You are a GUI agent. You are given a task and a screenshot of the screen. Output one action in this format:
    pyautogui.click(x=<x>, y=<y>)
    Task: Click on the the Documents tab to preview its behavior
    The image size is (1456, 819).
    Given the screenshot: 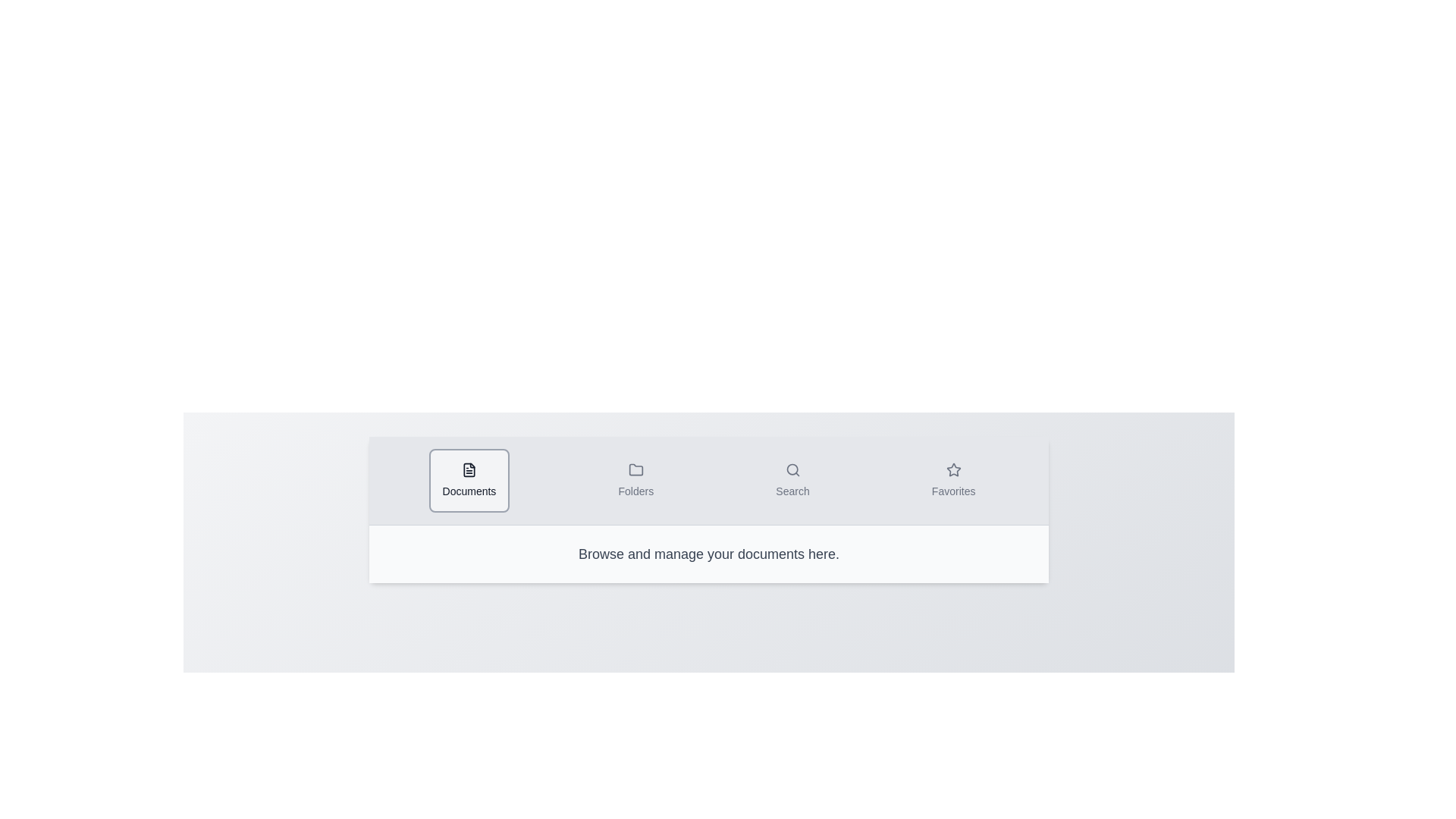 What is the action you would take?
    pyautogui.click(x=469, y=480)
    